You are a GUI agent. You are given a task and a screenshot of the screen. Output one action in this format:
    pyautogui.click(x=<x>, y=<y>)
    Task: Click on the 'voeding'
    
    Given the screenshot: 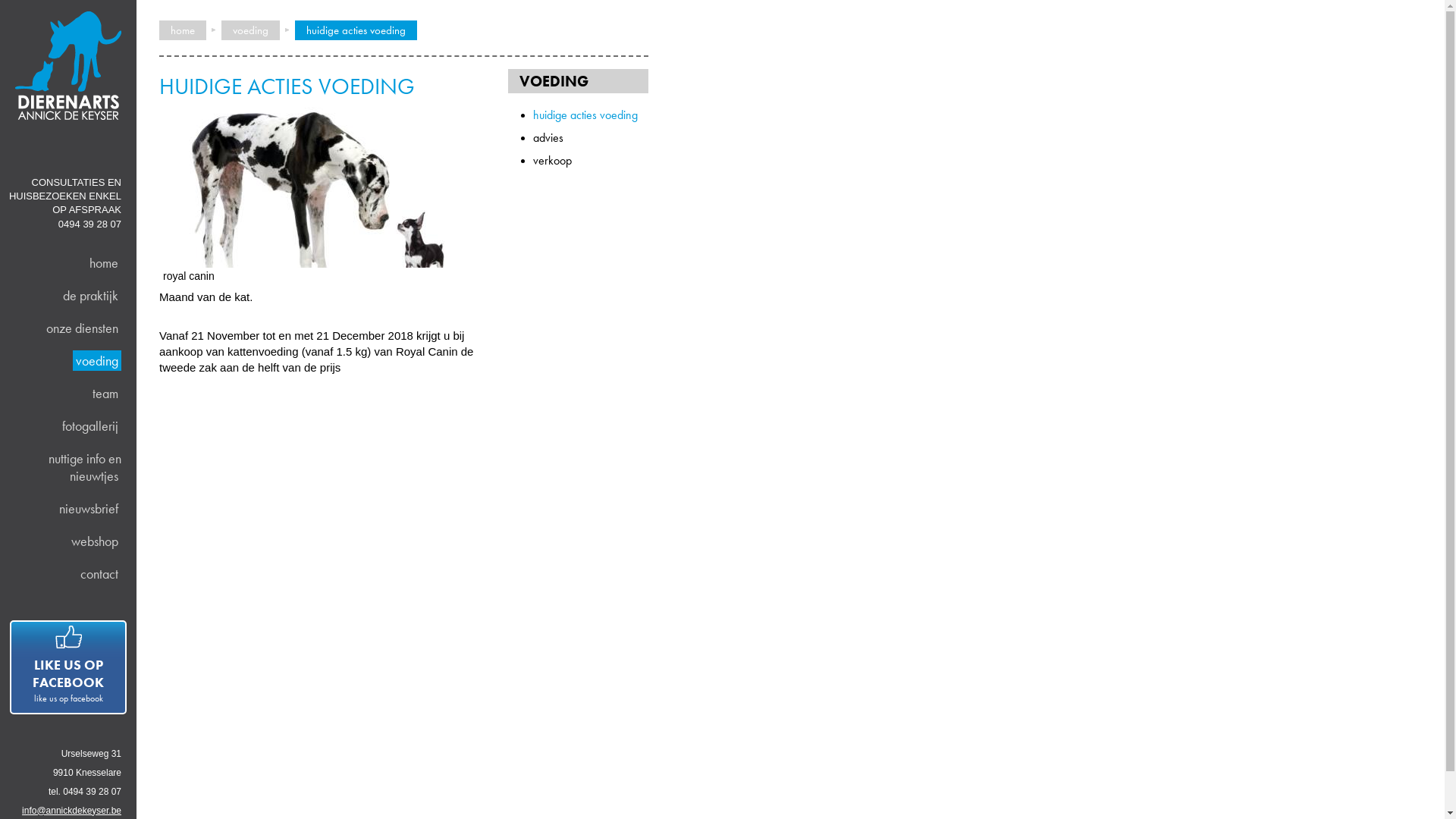 What is the action you would take?
    pyautogui.click(x=250, y=30)
    